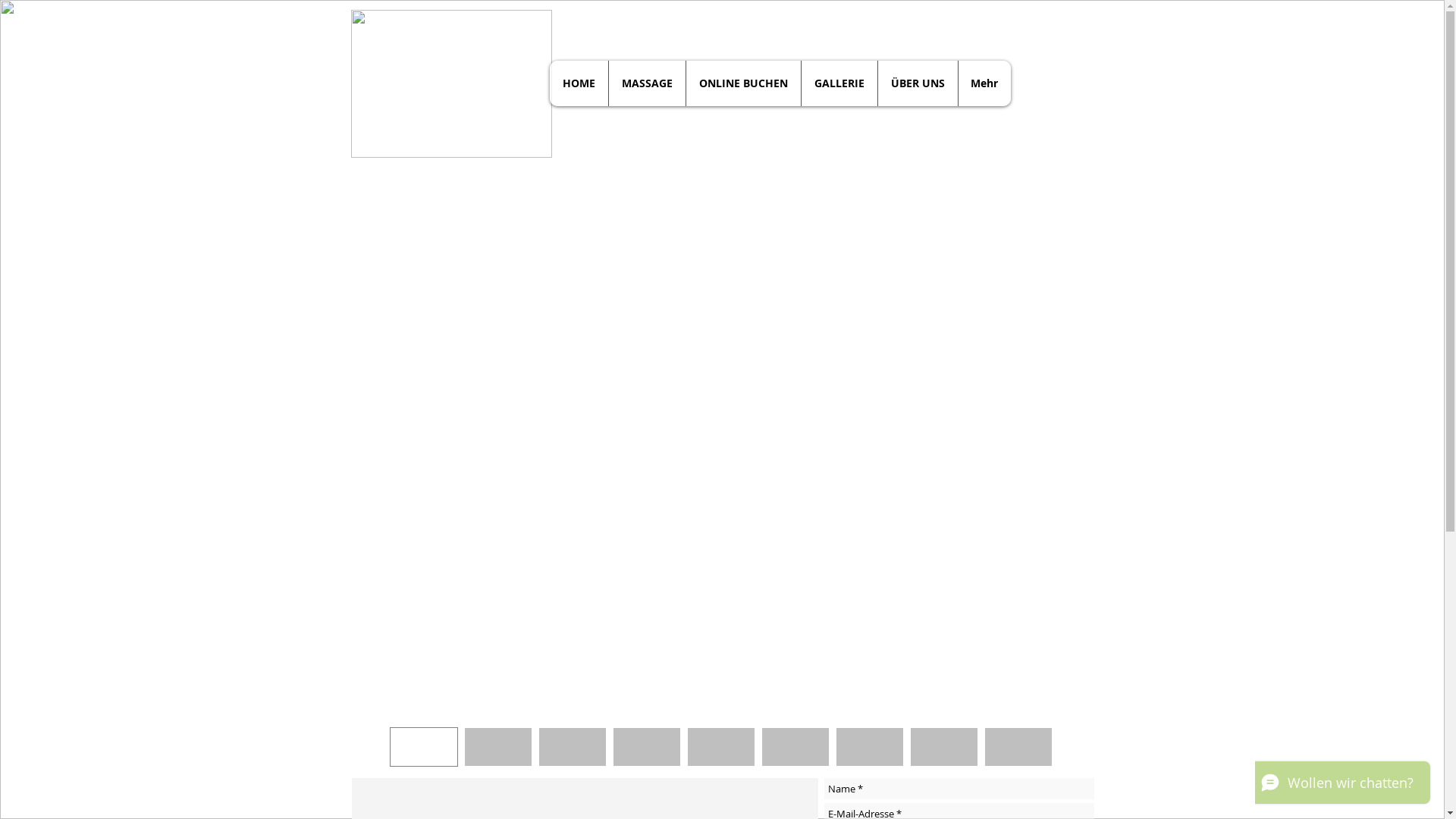 The image size is (1456, 819). I want to click on 'ONLINE BUCHEN', so click(742, 83).